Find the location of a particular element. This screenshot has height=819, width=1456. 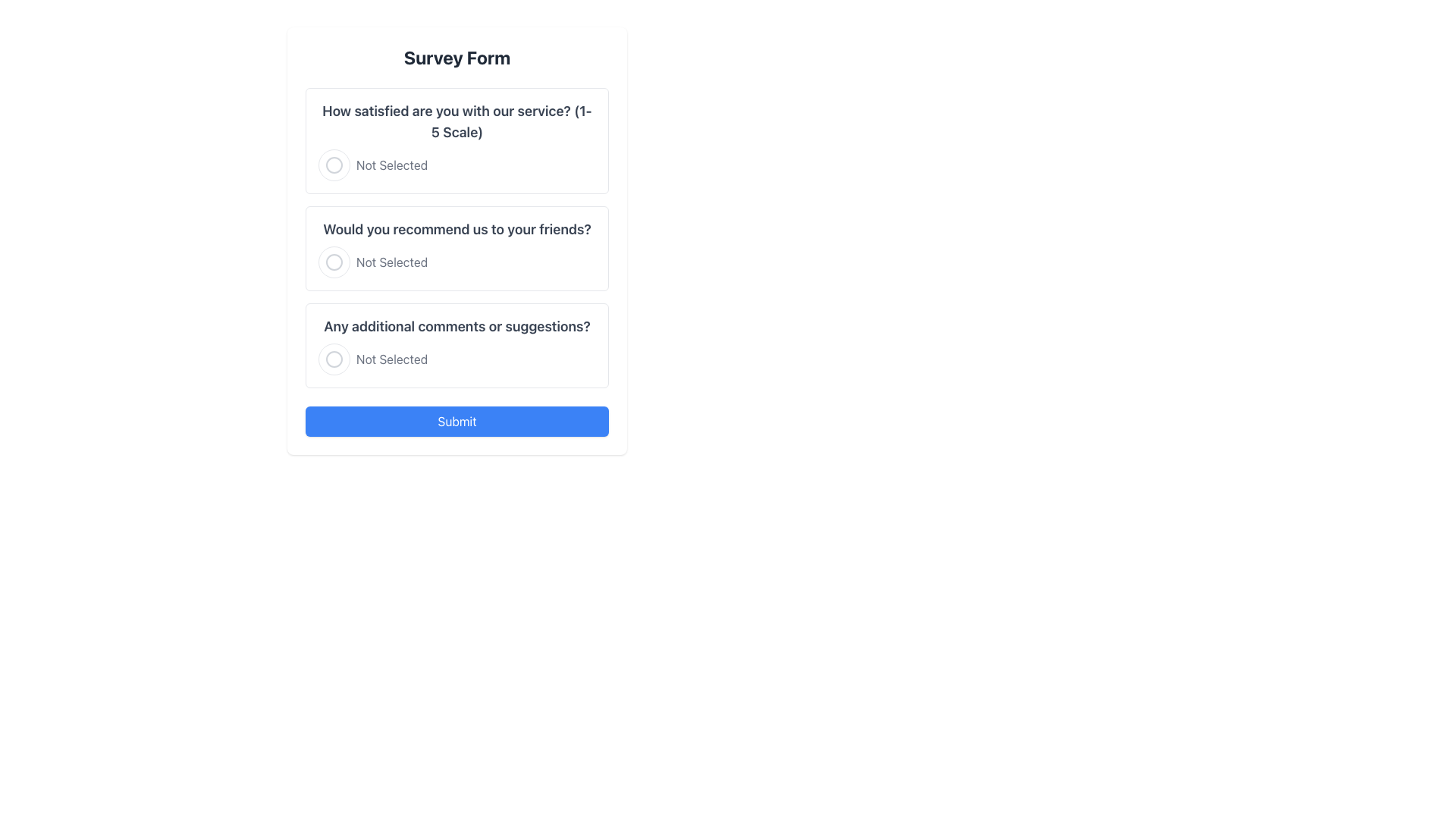

the 'Submit' button at the bottom of the 'Survey Form' is located at coordinates (457, 421).